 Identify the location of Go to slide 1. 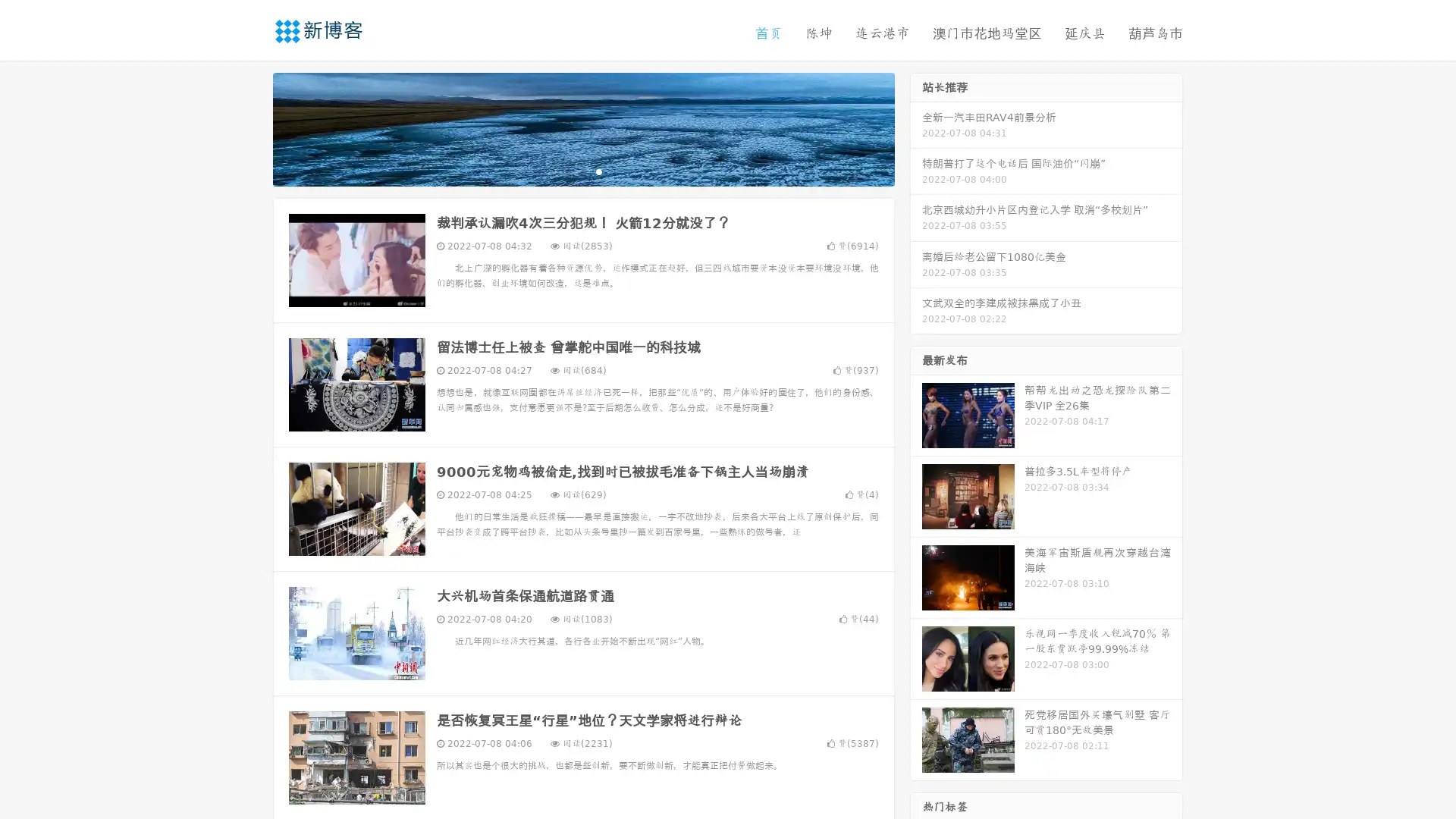
(567, 171).